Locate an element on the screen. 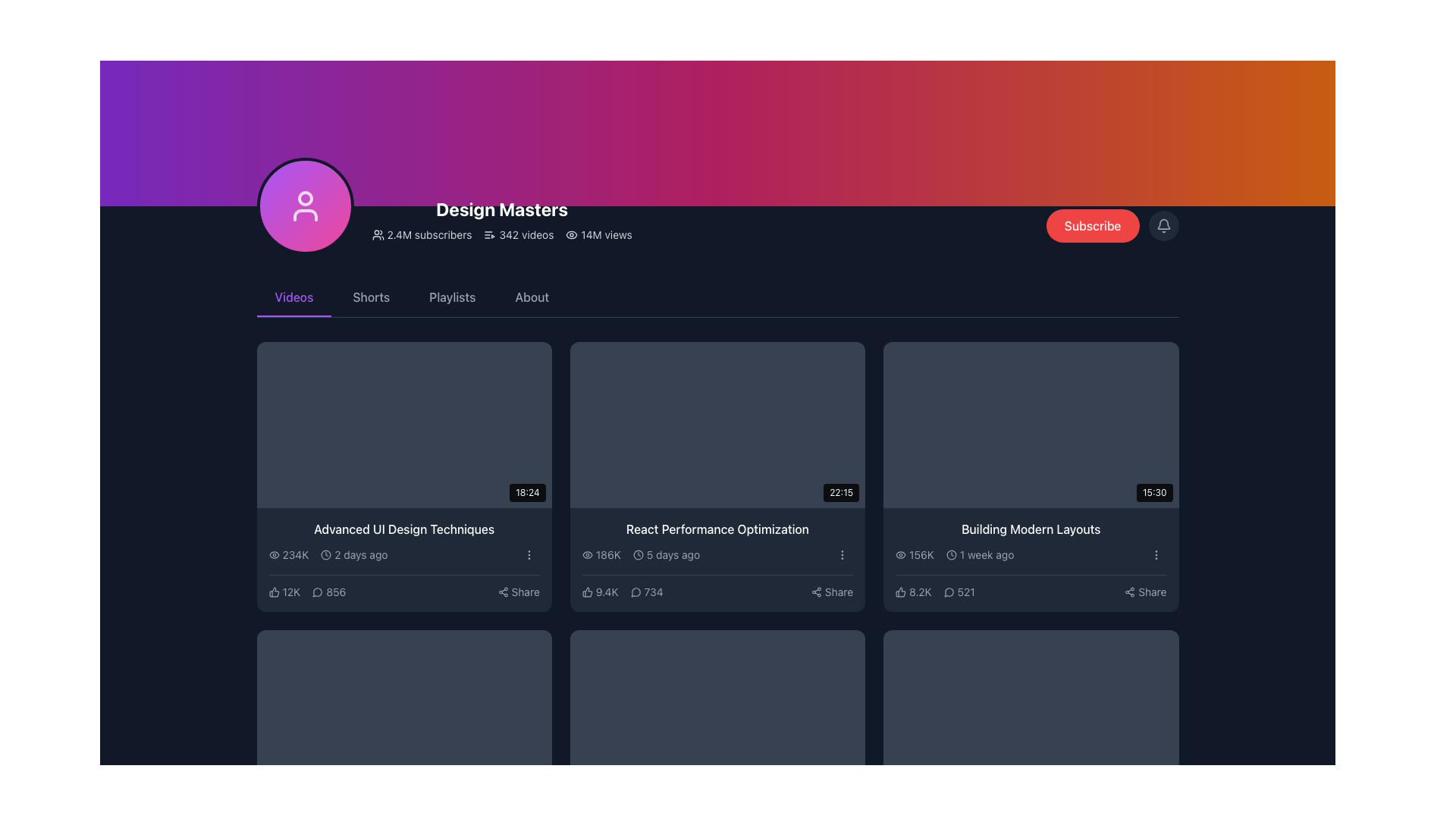 This screenshot has height=819, width=1456. the video thumbnail in the second column, first row of the video grid under the 'Videos' tab to play the associated video is located at coordinates (717, 425).